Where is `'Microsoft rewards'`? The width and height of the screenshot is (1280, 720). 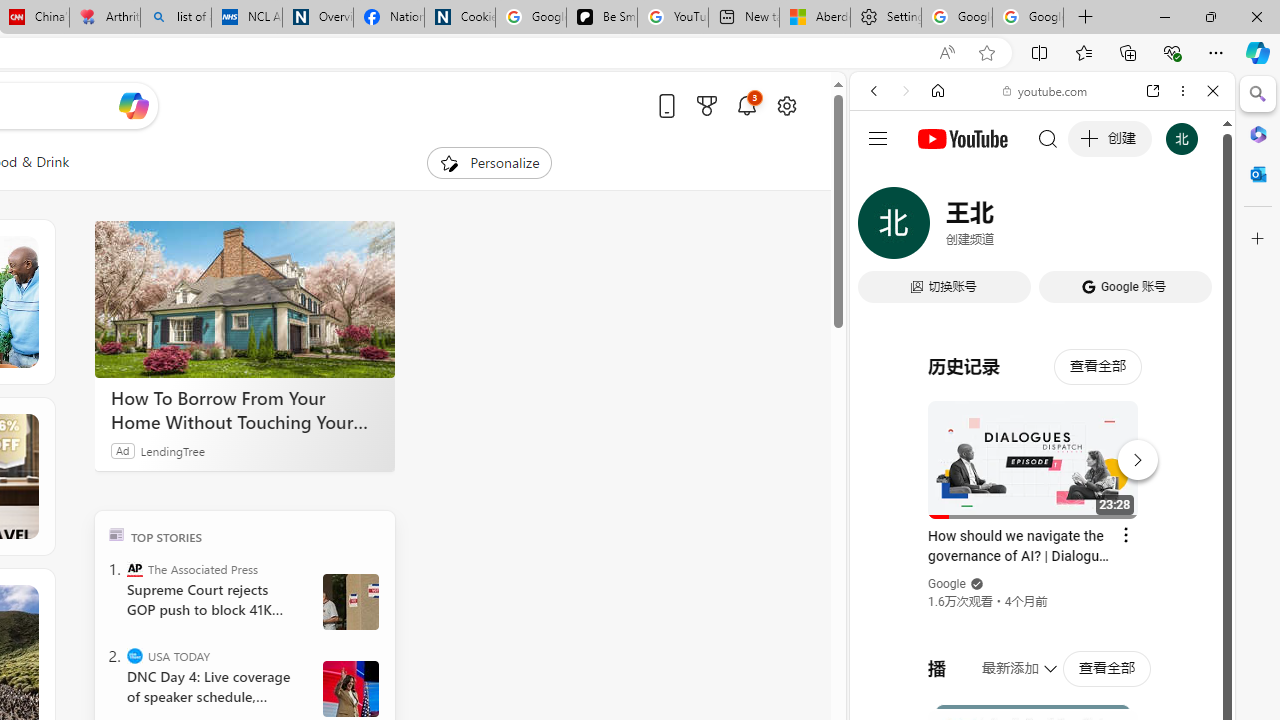 'Microsoft rewards' is located at coordinates (707, 105).